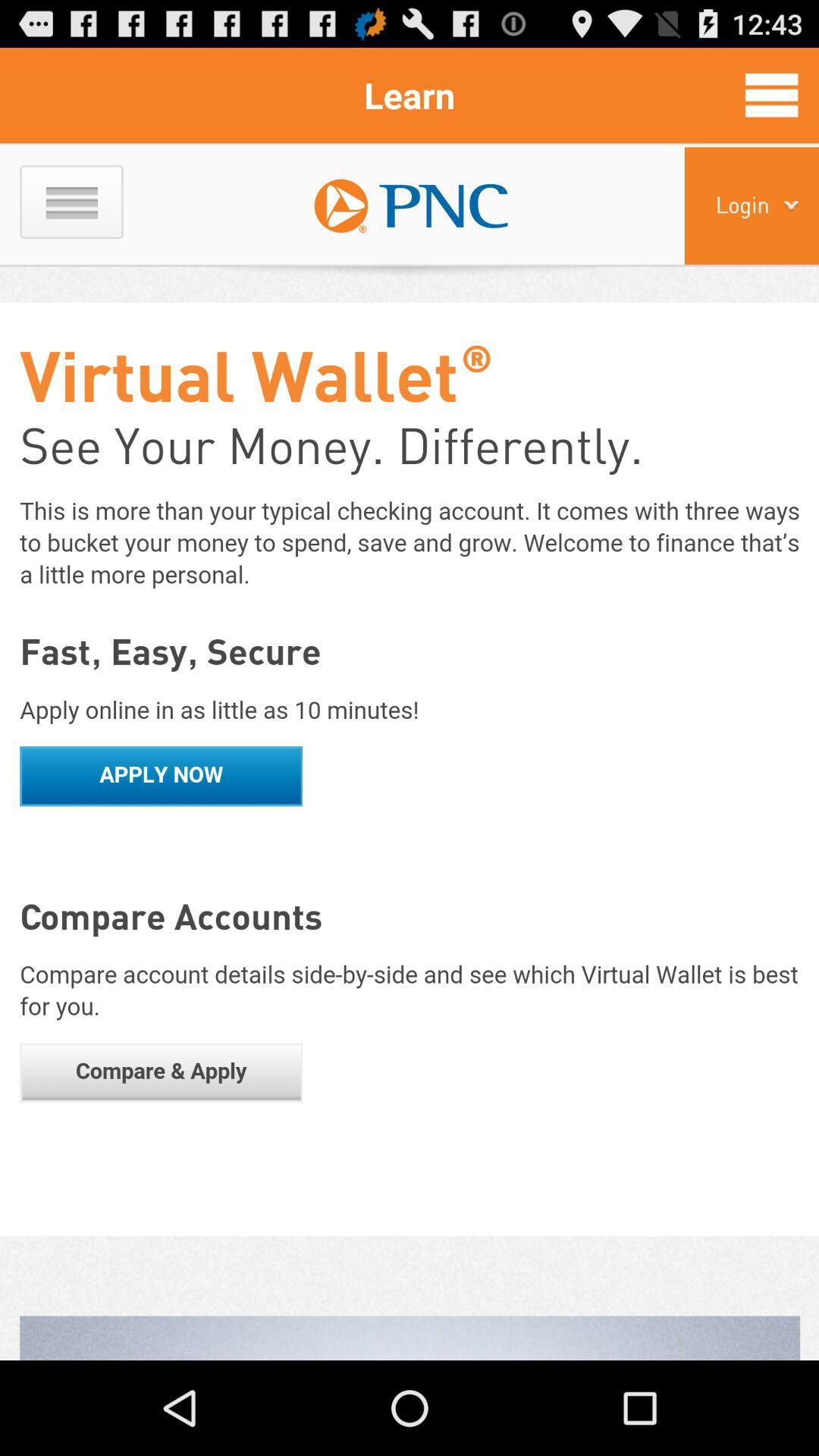 Image resolution: width=819 pixels, height=1456 pixels. I want to click on the button is menu button, so click(771, 94).